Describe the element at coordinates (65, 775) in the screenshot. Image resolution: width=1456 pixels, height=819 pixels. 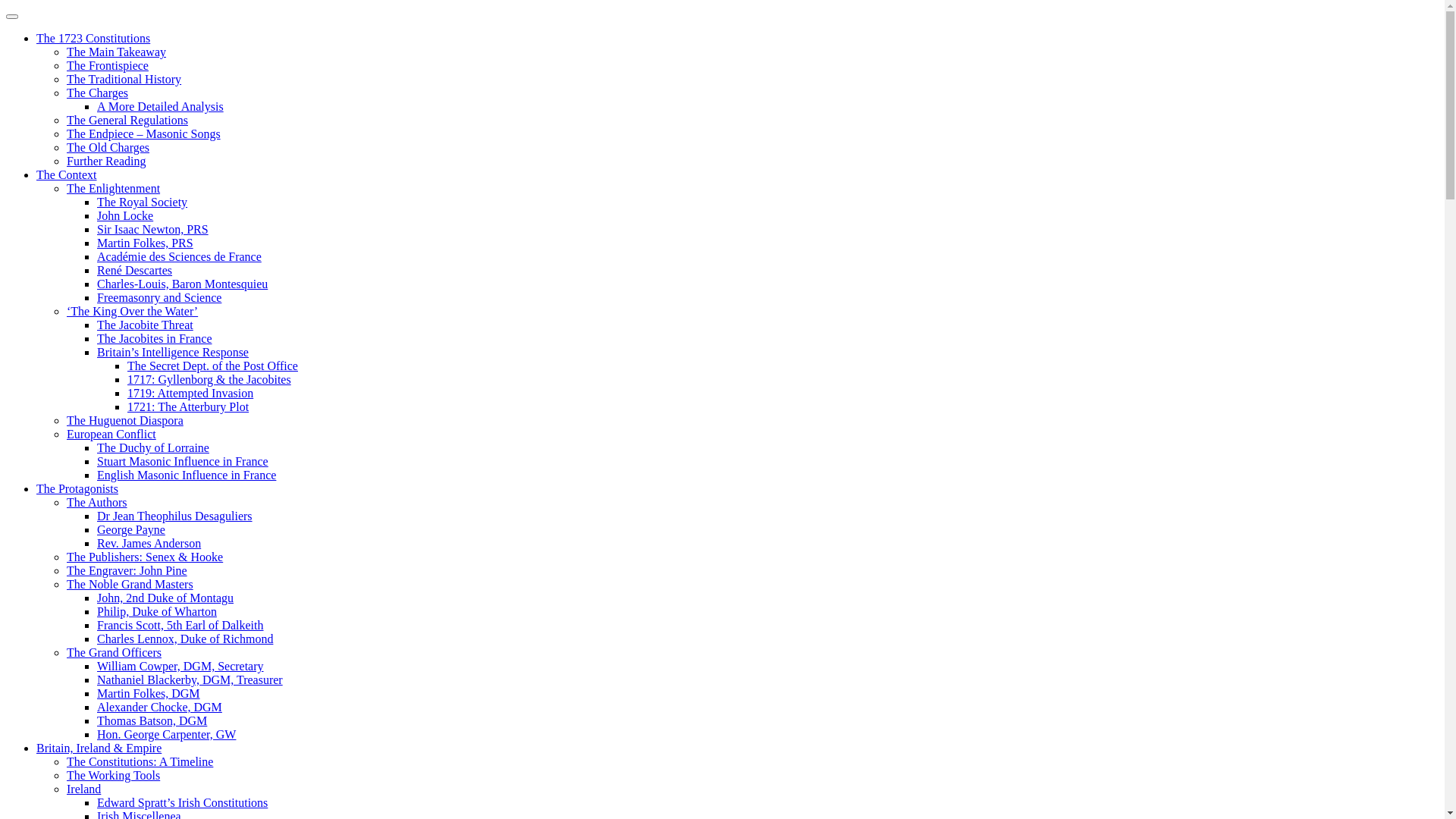
I see `'The Working Tools'` at that location.